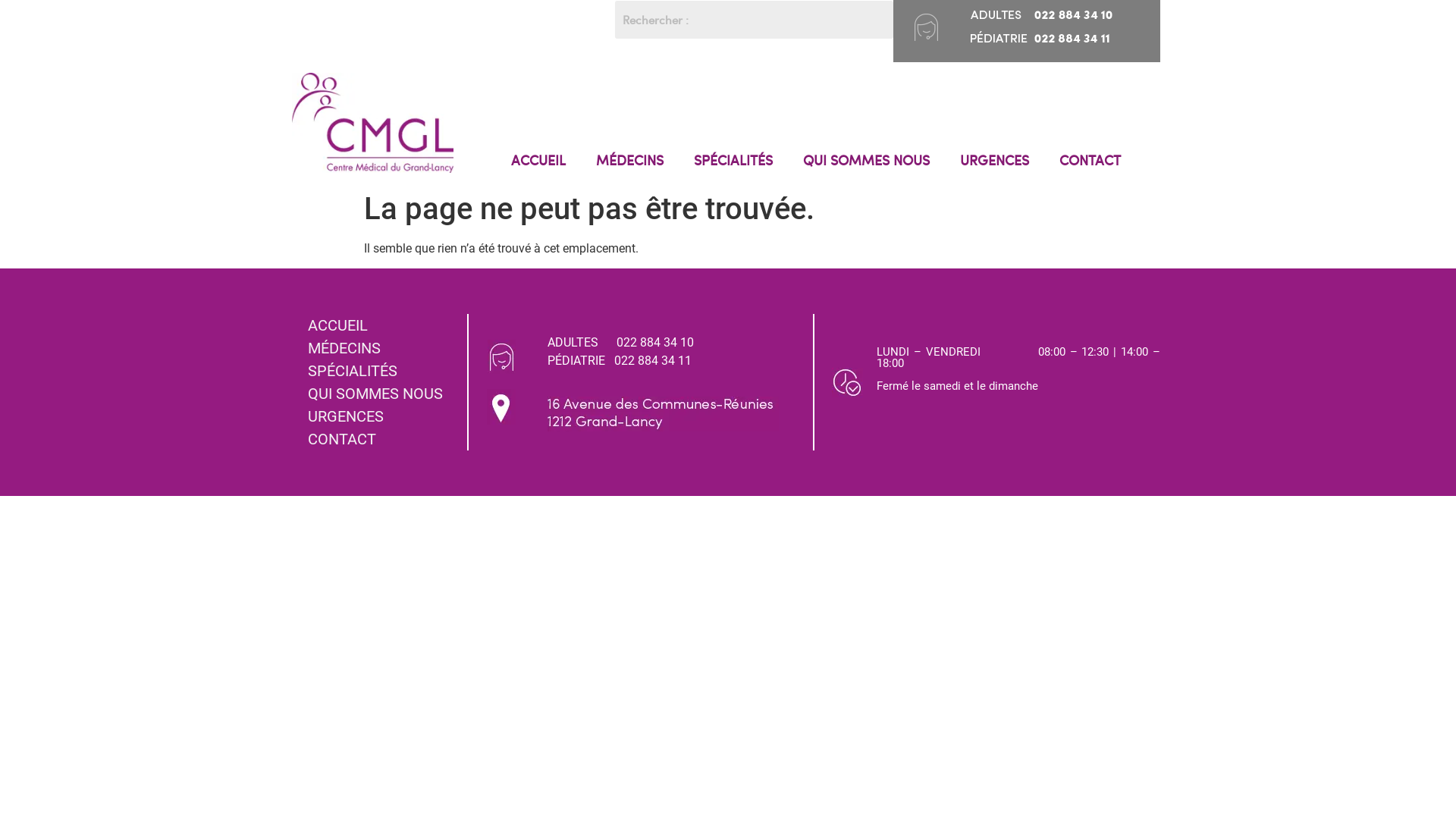 The image size is (1456, 819). I want to click on 'ACCUEIL', so click(381, 324).